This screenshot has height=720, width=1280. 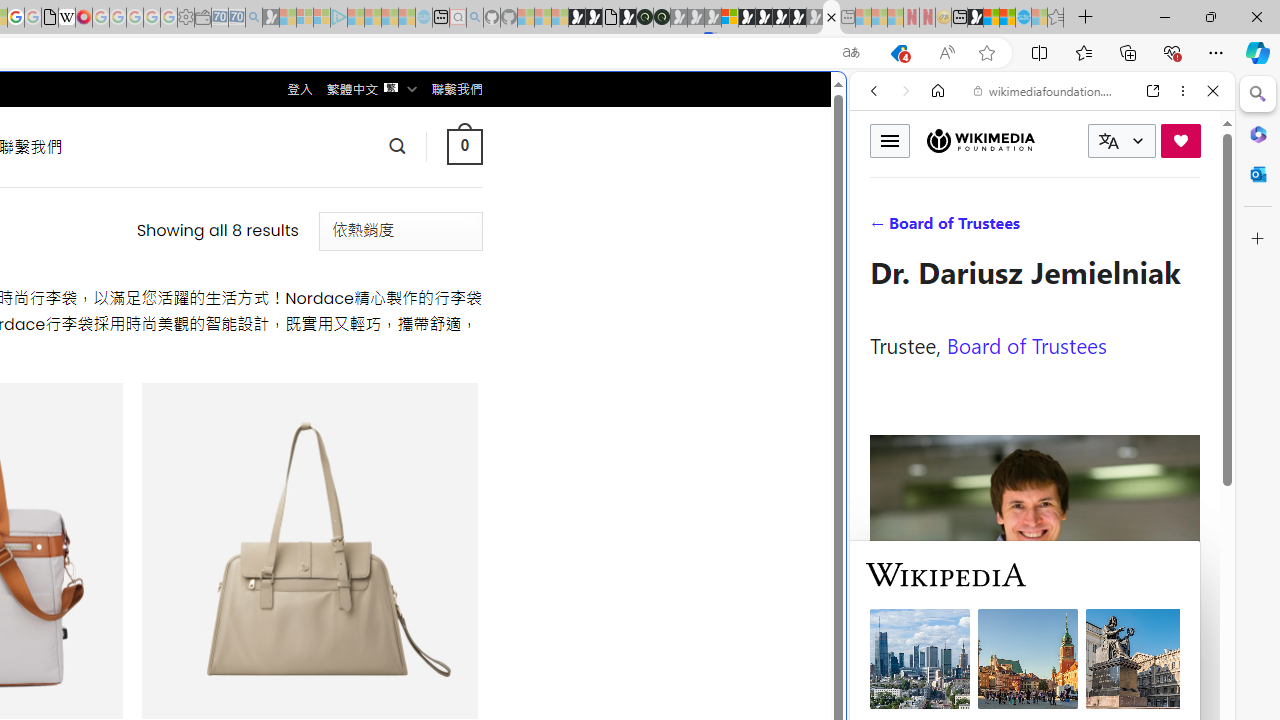 I want to click on '  0  ', so click(x=463, y=145).